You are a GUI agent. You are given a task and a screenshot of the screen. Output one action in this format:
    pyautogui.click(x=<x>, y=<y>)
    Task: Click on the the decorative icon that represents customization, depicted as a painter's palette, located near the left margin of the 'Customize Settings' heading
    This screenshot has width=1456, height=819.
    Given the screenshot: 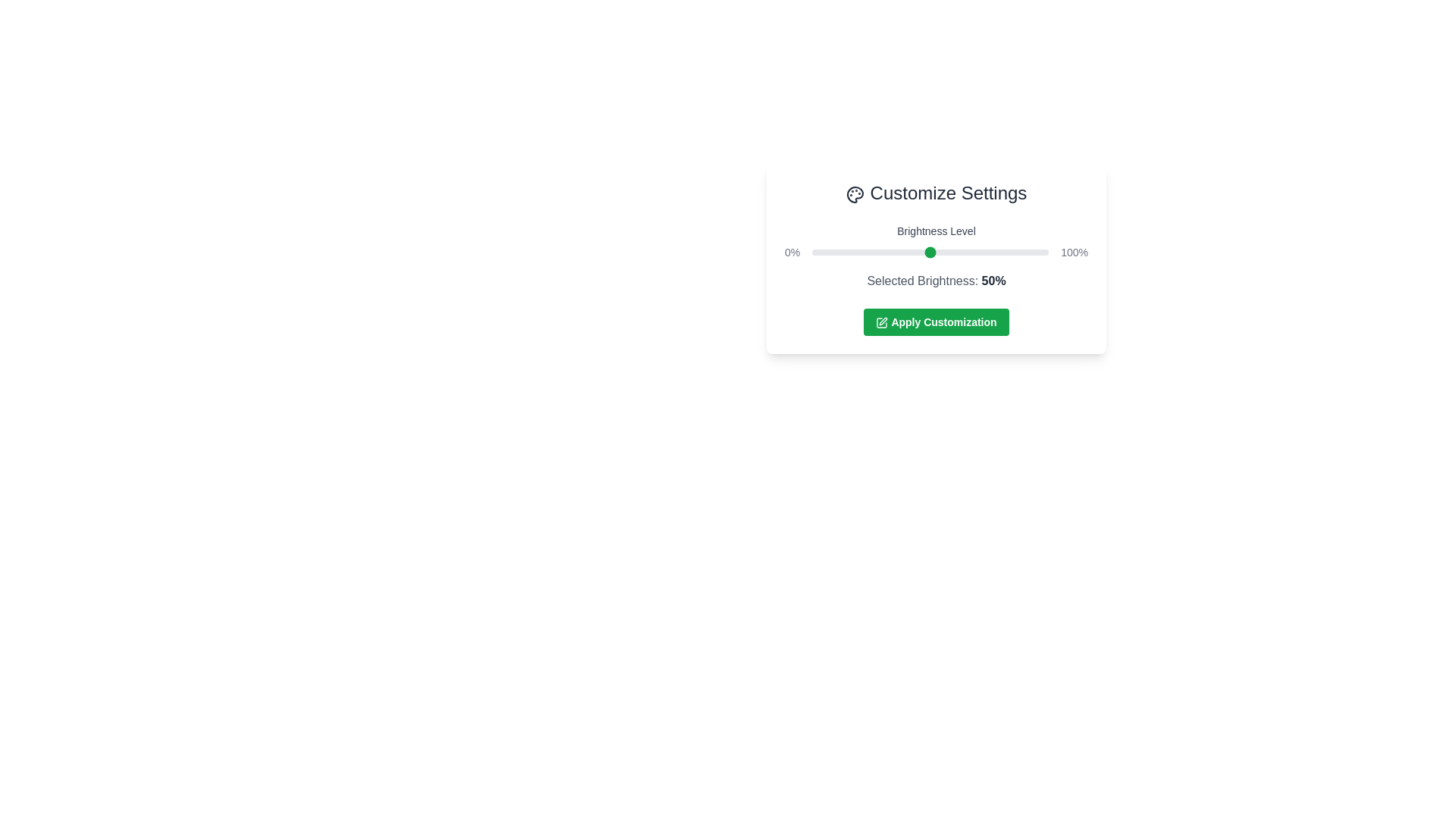 What is the action you would take?
    pyautogui.click(x=855, y=193)
    